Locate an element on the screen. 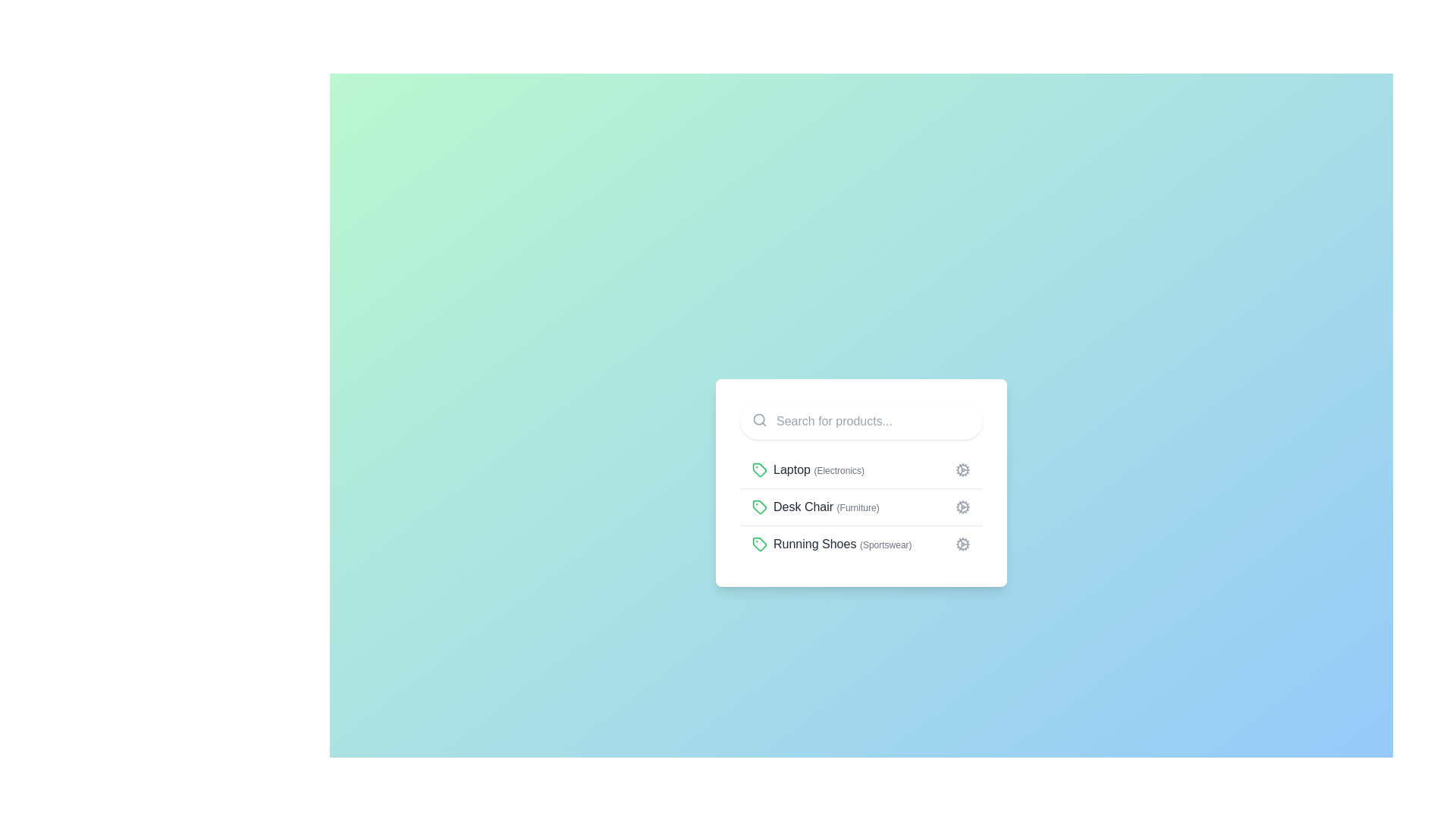 The width and height of the screenshot is (1456, 819). the 'Laptop (Electronics)' text label element, which is the first item in a vertically stacked list and is aligned with a green tag icon on the left and a settings gear icon on the right is located at coordinates (818, 469).